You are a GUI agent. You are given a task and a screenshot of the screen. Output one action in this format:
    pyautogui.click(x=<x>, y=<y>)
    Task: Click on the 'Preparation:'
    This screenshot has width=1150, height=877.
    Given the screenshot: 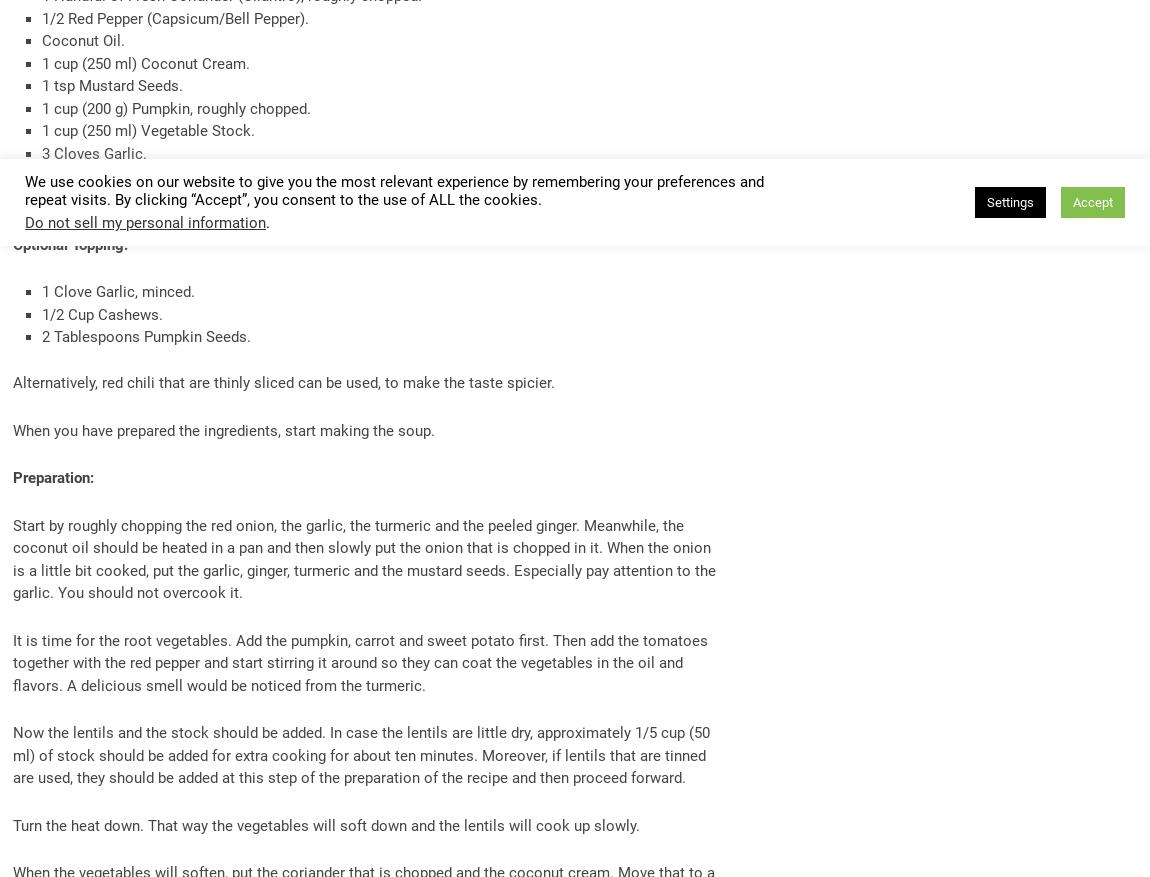 What is the action you would take?
    pyautogui.click(x=11, y=477)
    